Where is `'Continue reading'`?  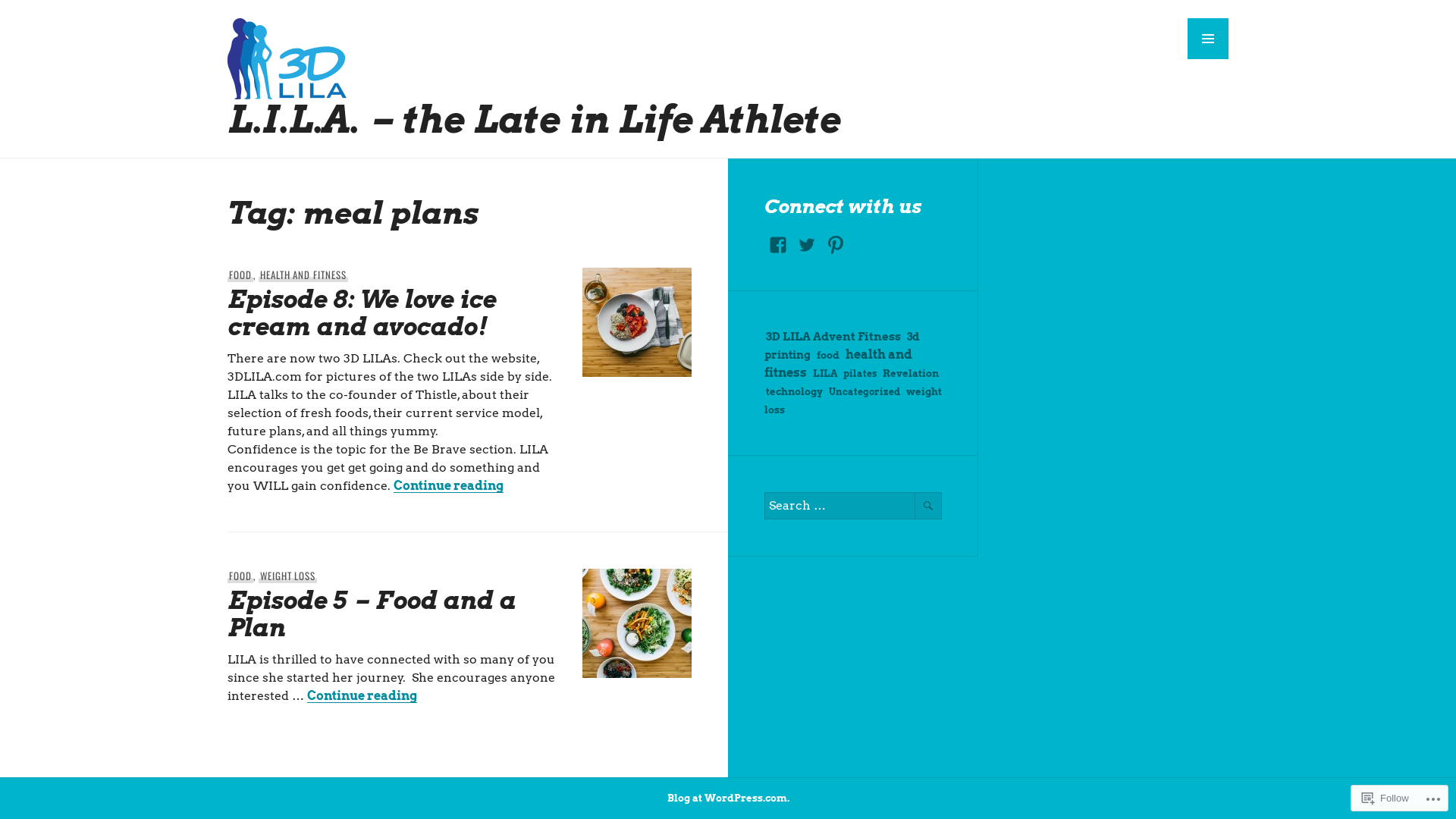 'Continue reading' is located at coordinates (447, 485).